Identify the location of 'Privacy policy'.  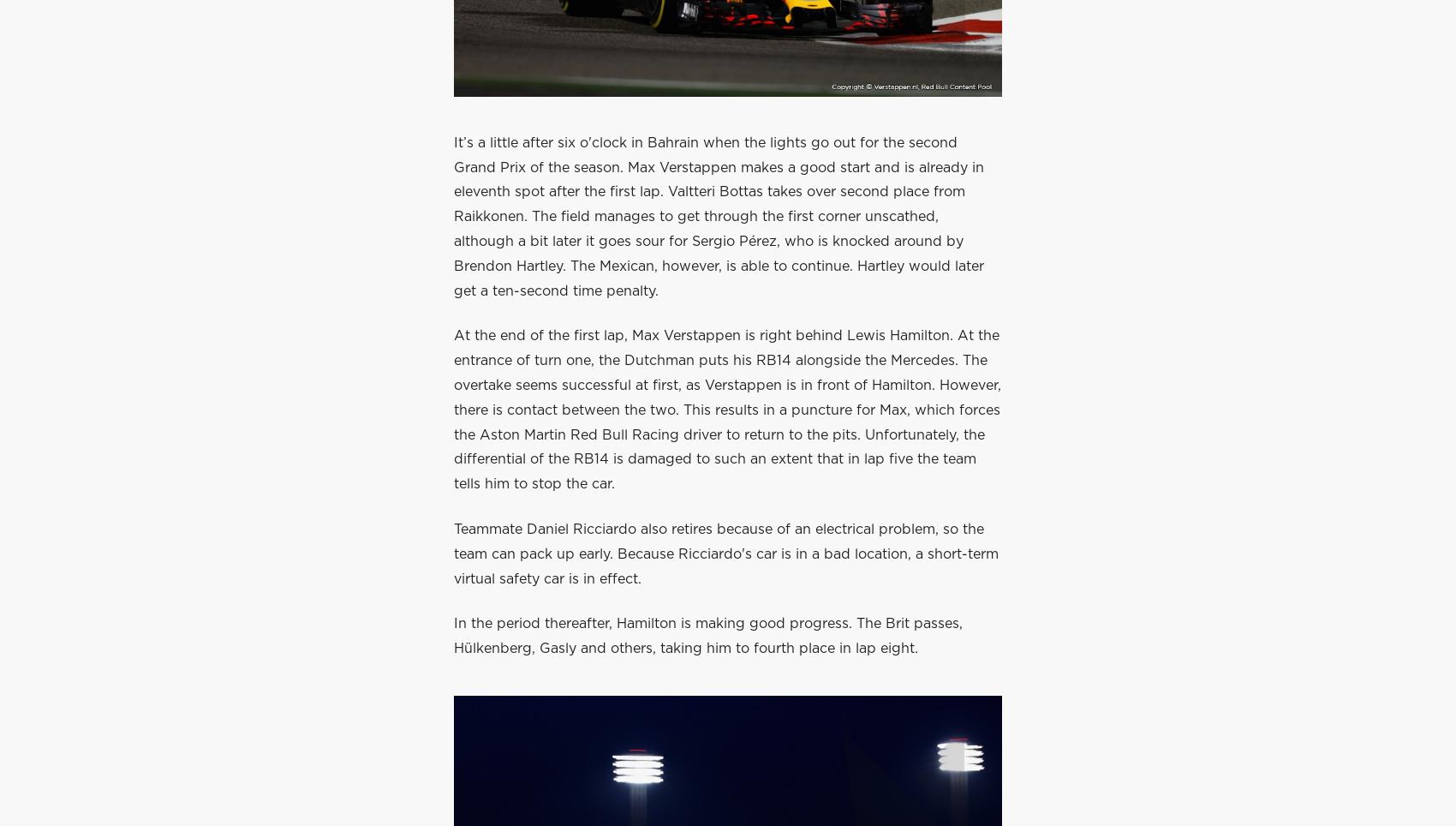
(269, 224).